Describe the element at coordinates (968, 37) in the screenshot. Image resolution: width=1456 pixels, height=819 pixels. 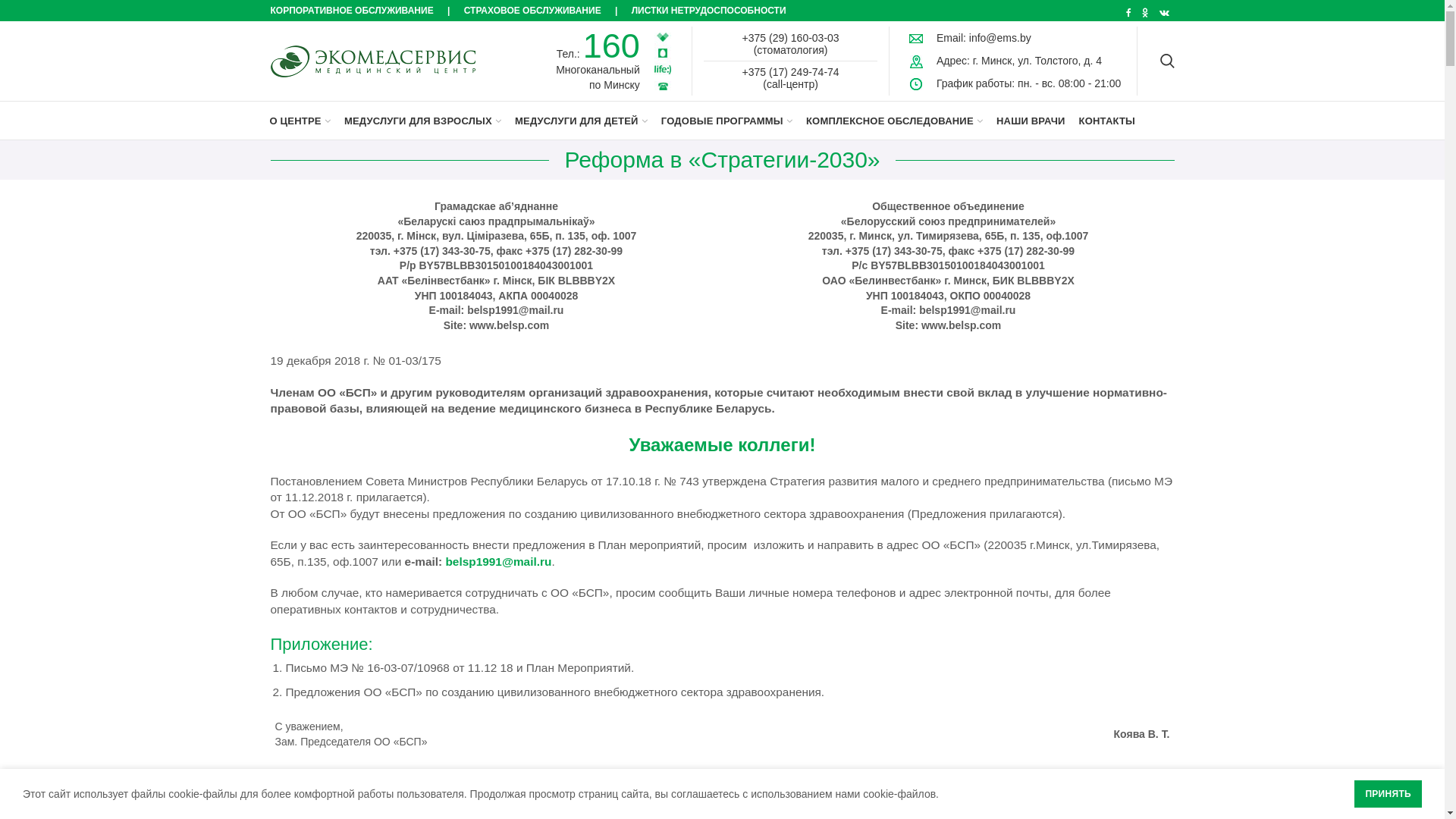
I see `'info@ems.by'` at that location.